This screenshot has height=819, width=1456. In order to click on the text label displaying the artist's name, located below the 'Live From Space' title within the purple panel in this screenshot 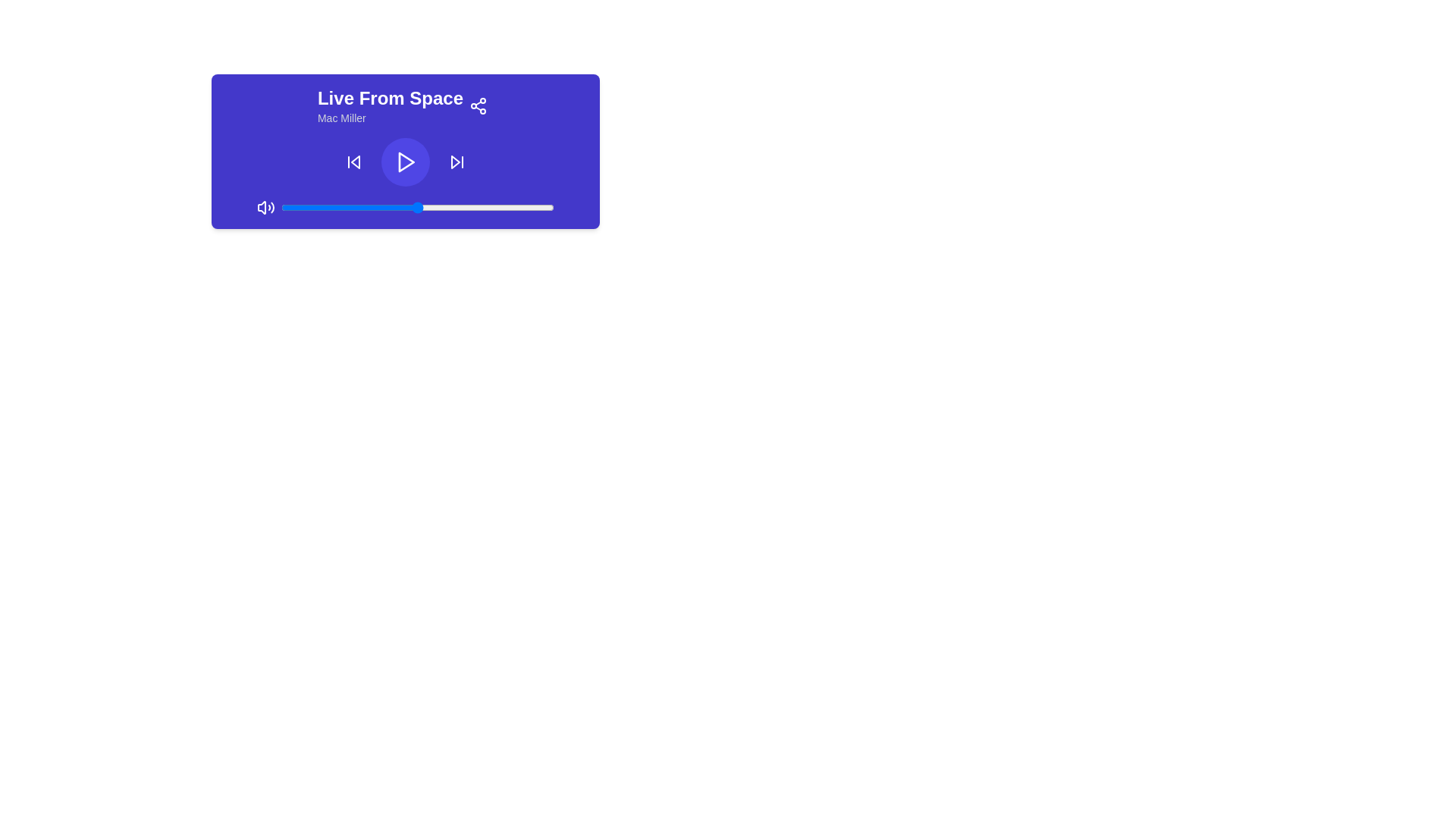, I will do `click(340, 117)`.